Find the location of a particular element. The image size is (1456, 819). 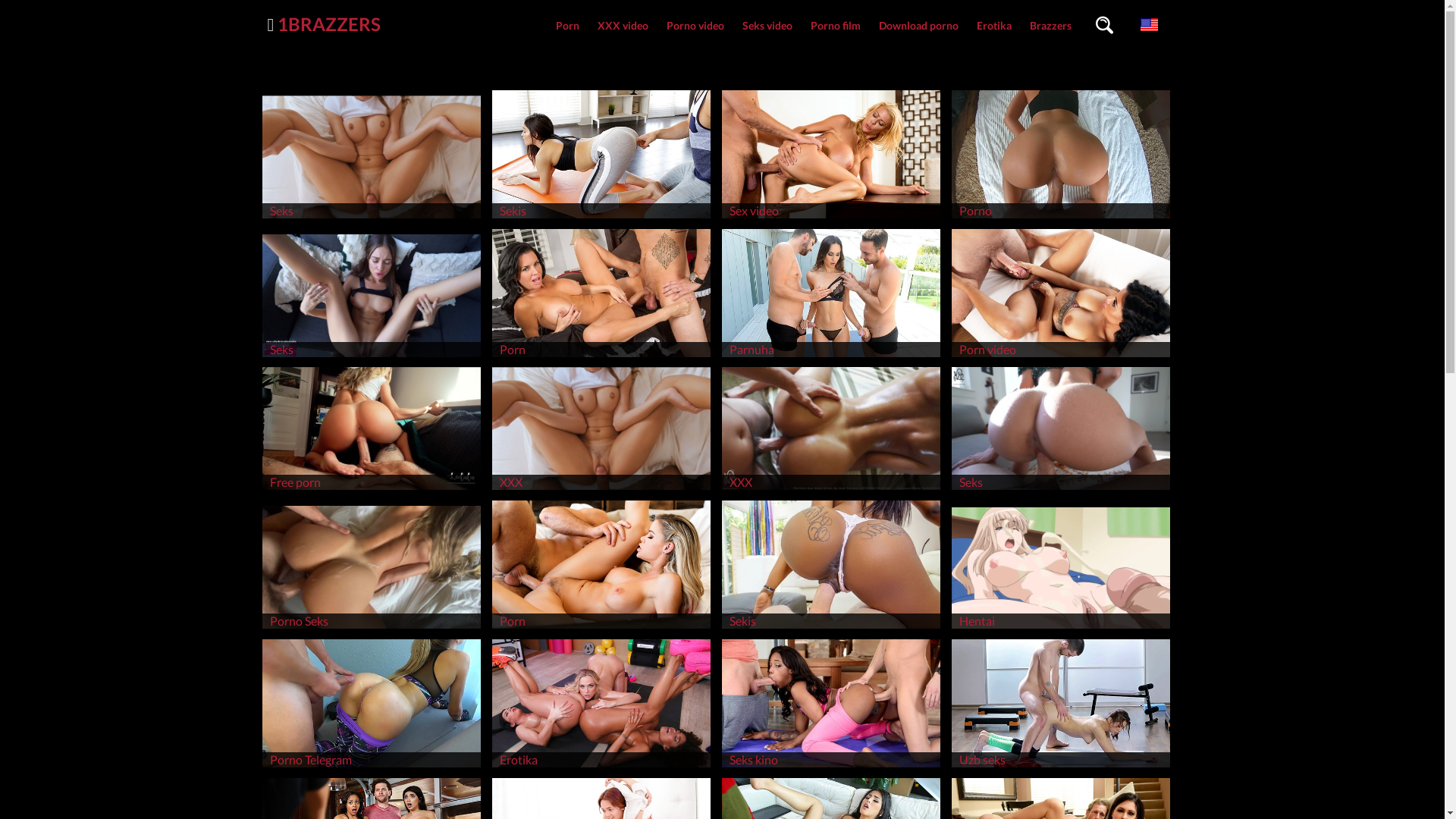

'Download porno' is located at coordinates (917, 26).